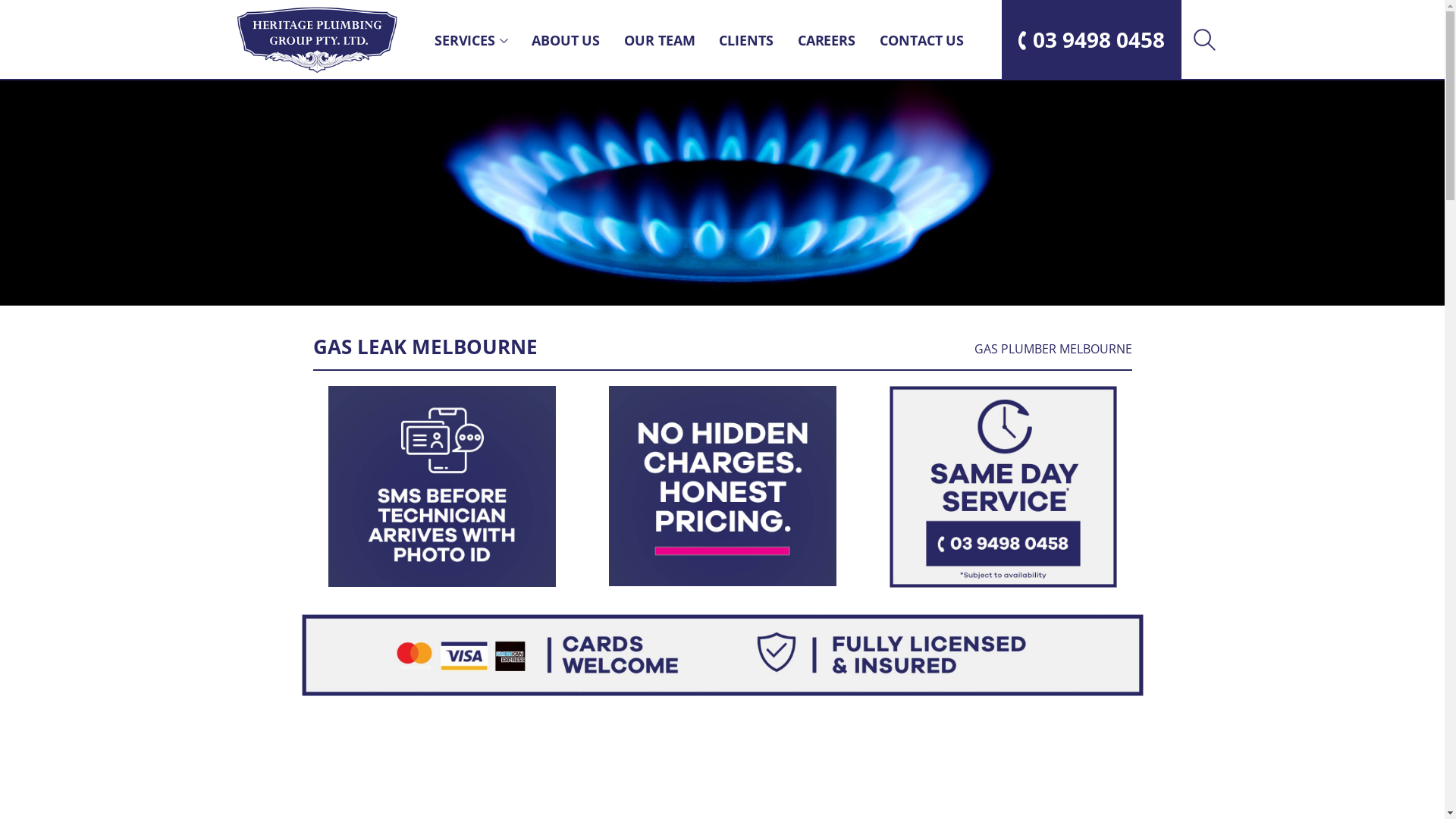 This screenshot has width=1456, height=819. I want to click on 'Search', so click(1203, 38).